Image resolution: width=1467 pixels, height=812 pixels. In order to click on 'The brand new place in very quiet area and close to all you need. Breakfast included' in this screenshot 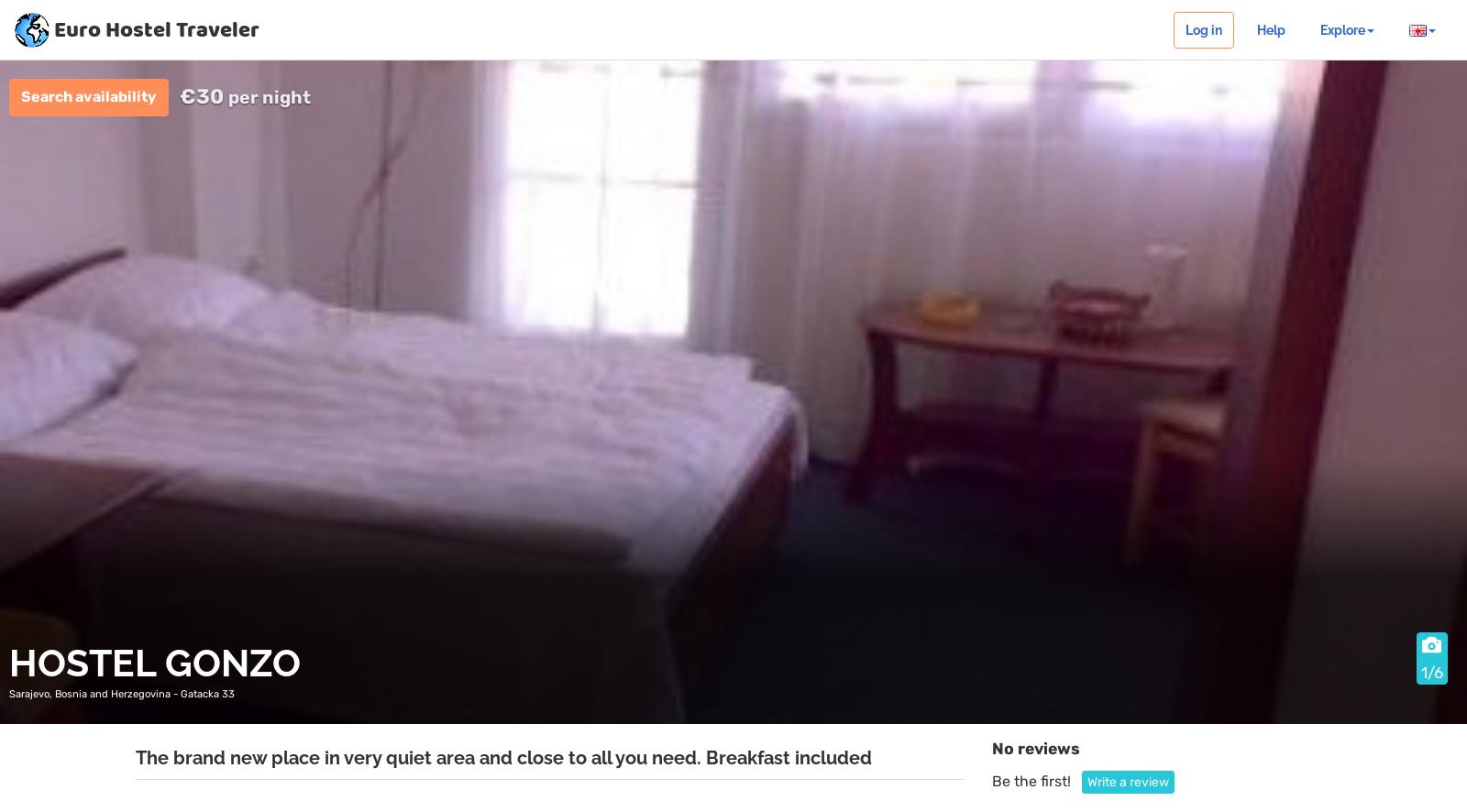, I will do `click(135, 757)`.